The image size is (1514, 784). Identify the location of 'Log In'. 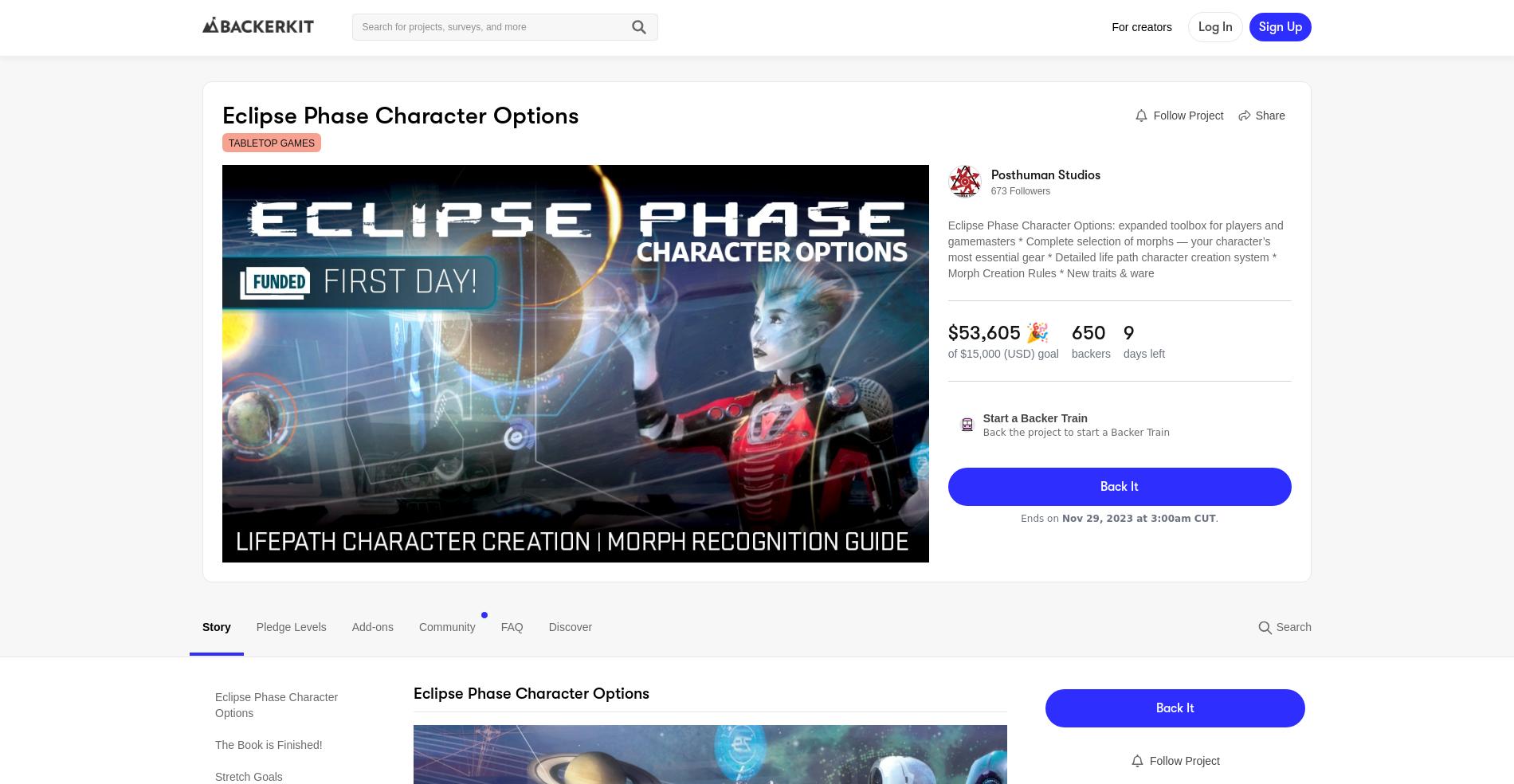
(1198, 26).